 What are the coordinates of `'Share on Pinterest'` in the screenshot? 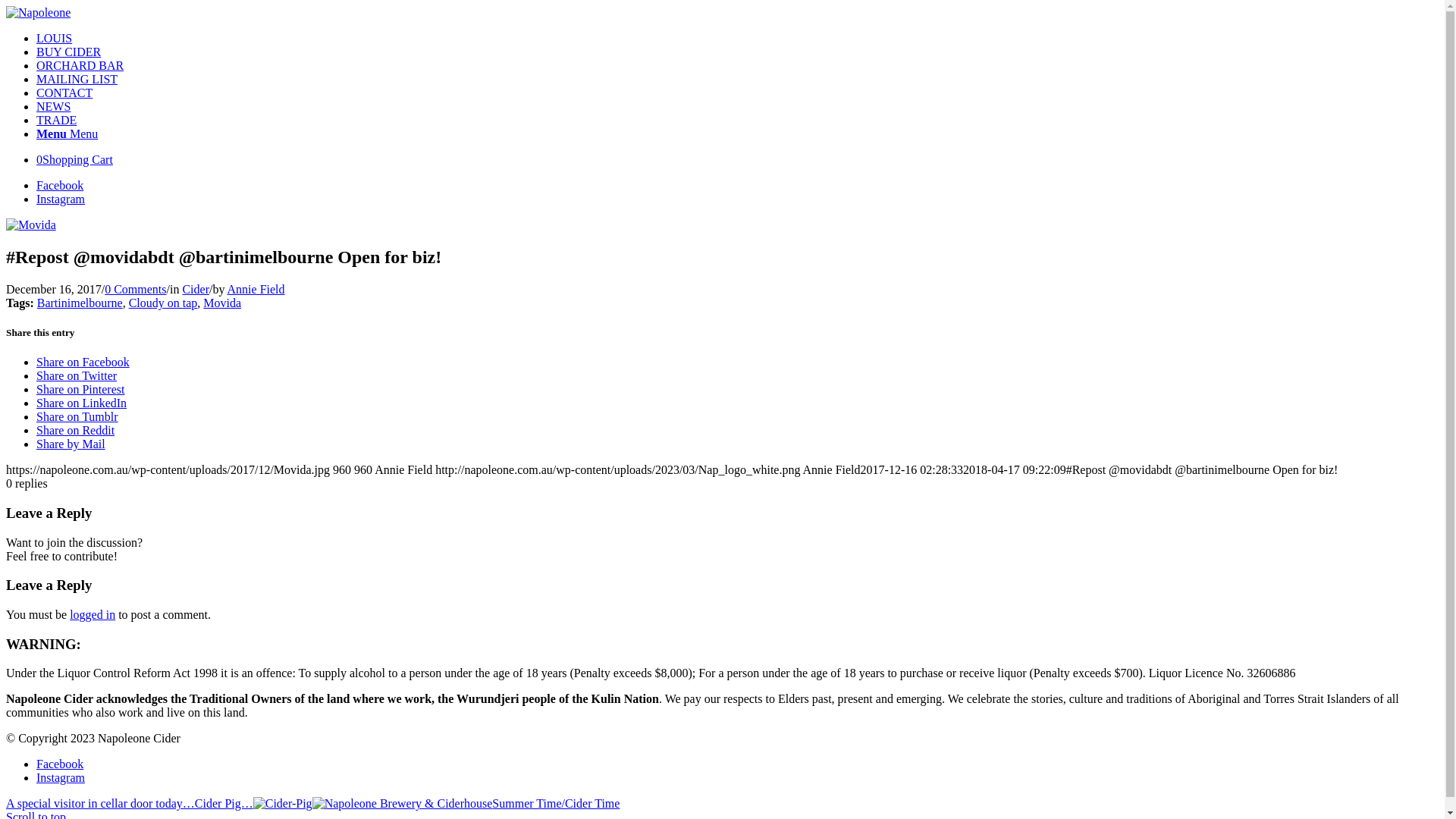 It's located at (36, 388).